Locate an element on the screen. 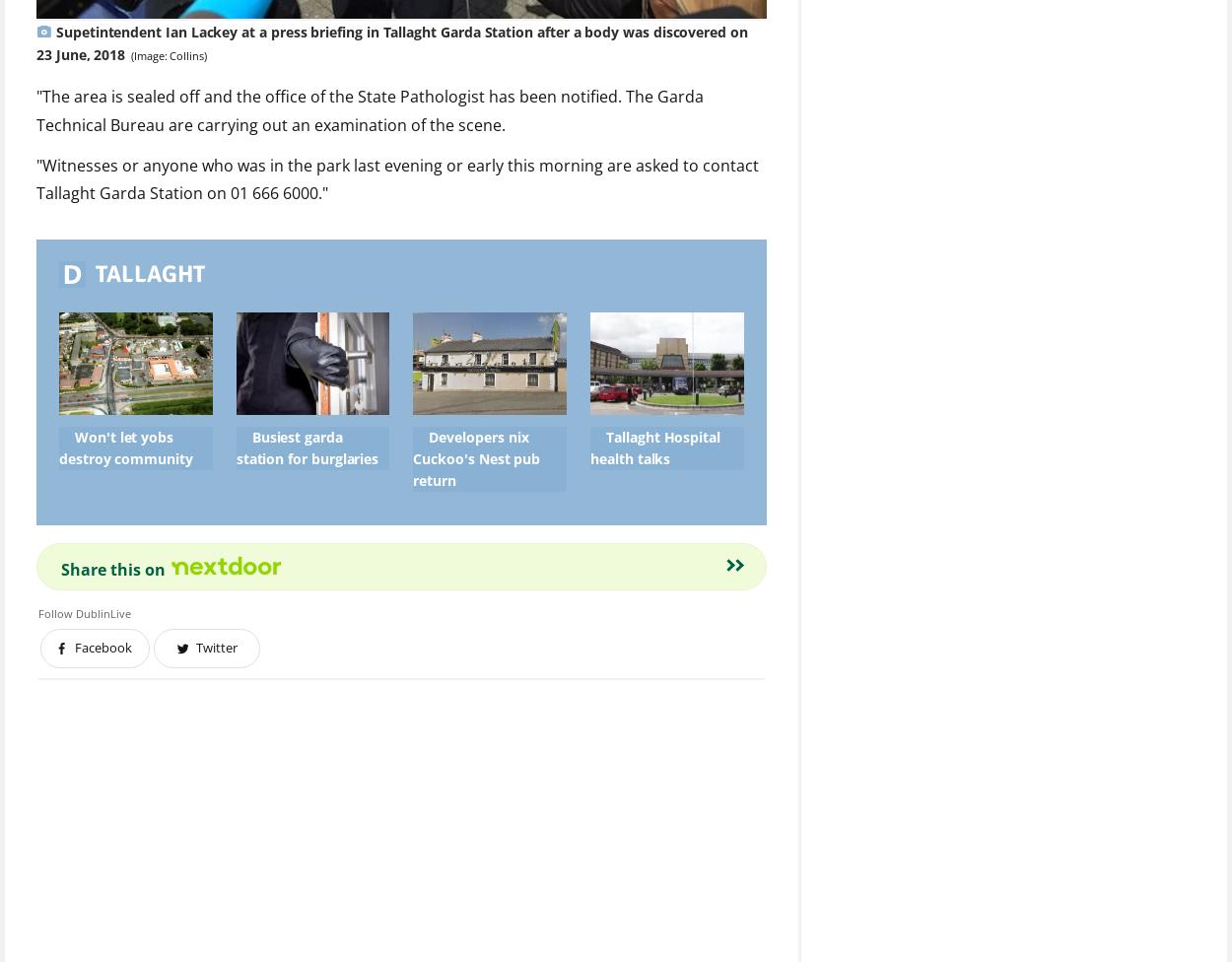 Image resolution: width=1232 pixels, height=962 pixels. 'Tallaght' is located at coordinates (150, 273).